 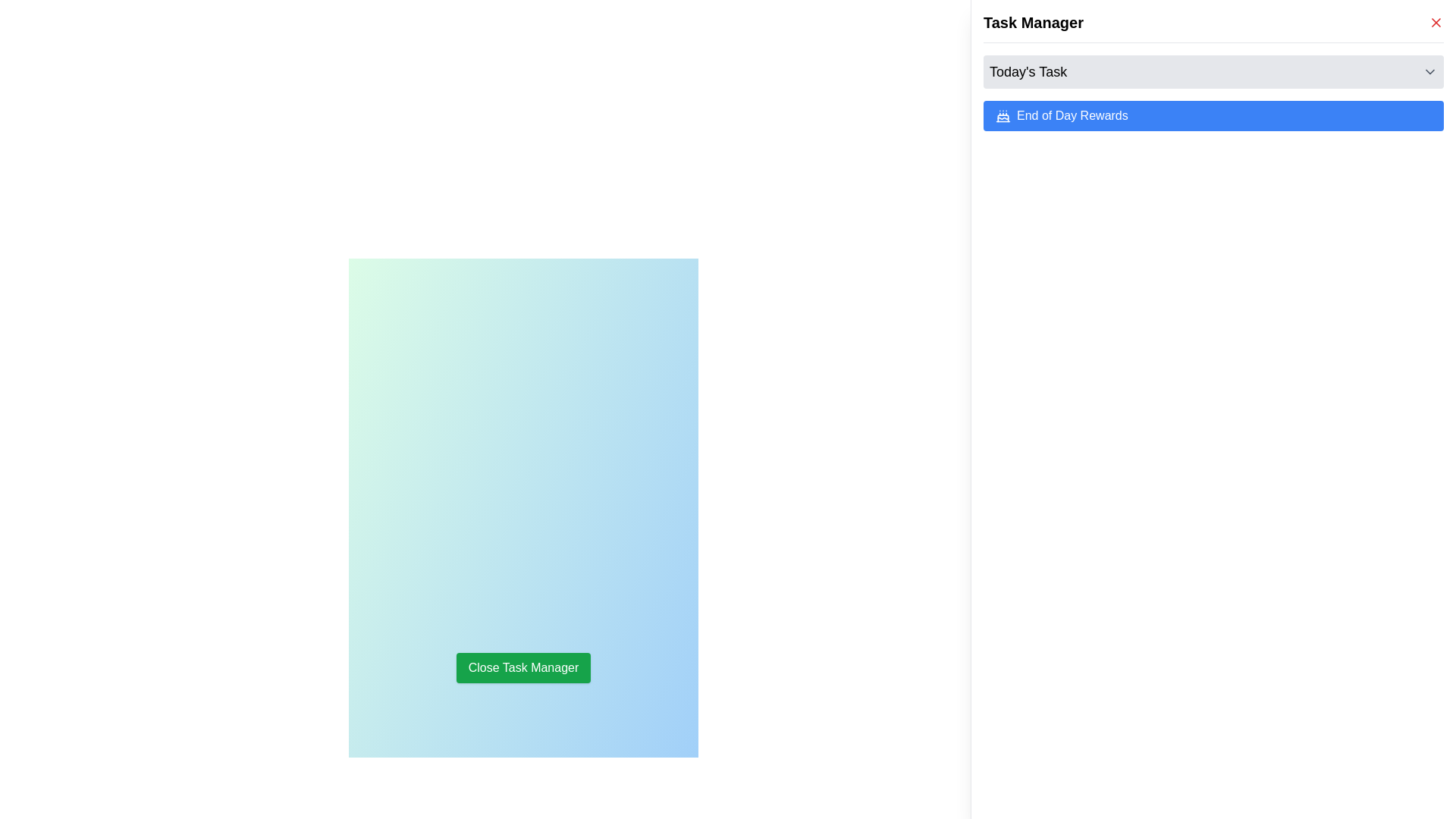 I want to click on the cake icon with three candles located on the left side of the blue button labeled 'End of Day Rewards', so click(x=1003, y=115).